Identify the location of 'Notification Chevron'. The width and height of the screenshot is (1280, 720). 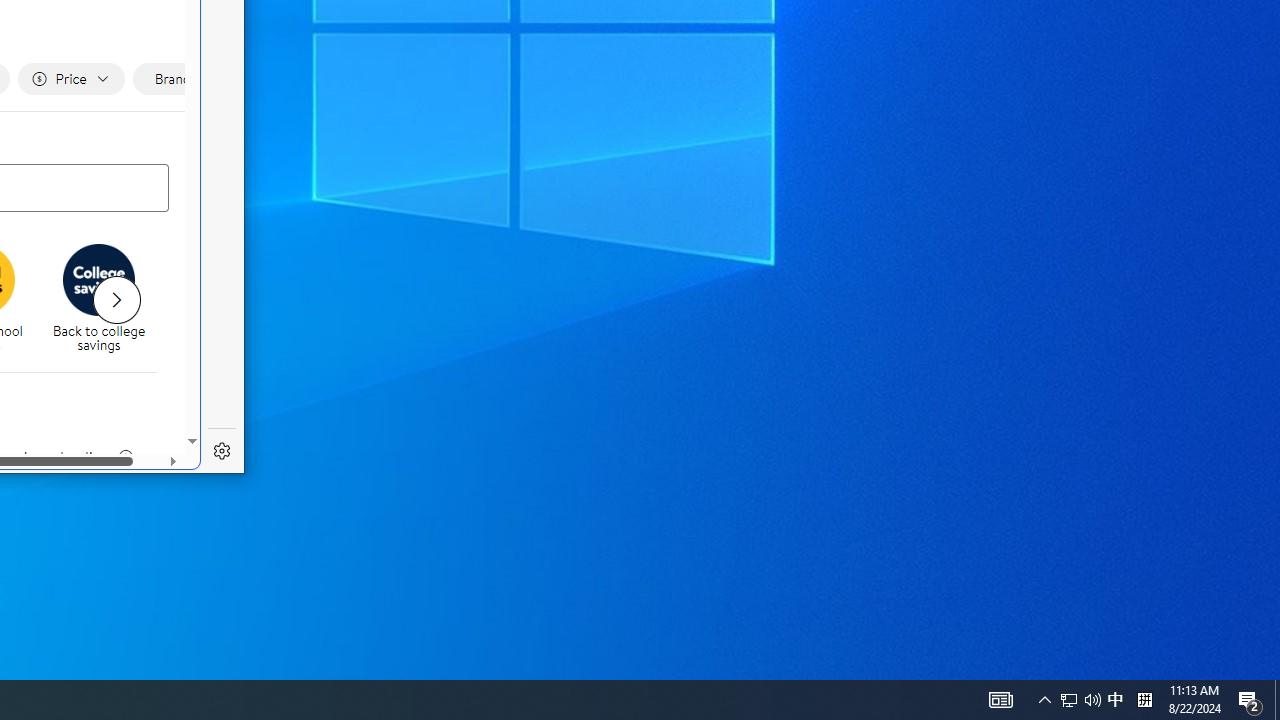
(1044, 698).